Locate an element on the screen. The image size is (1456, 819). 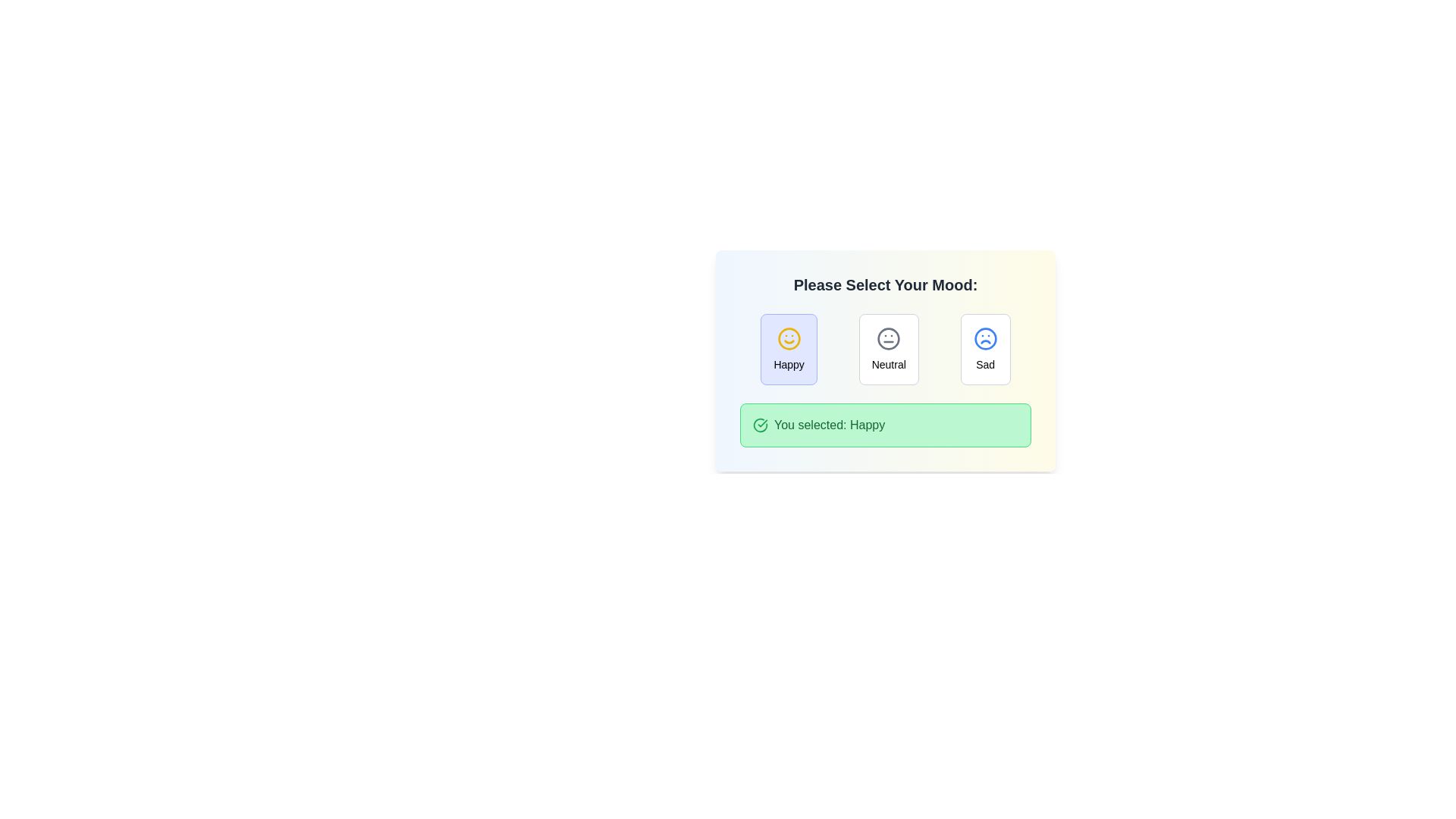
the text label that identifies the mood category represented by the icon above it, located in the central column below the neutral face icon is located at coordinates (889, 365).